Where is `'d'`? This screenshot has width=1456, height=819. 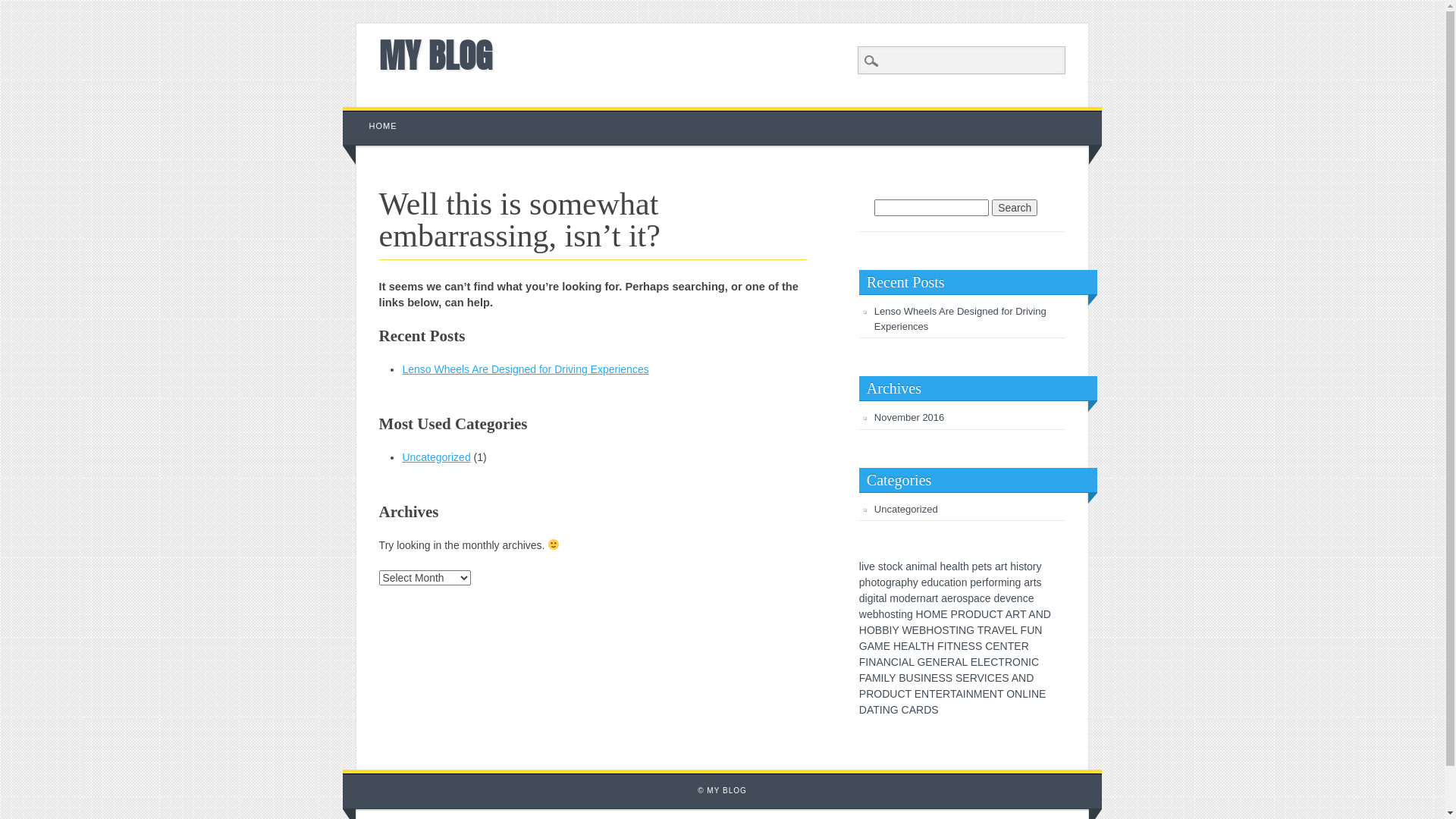 'd' is located at coordinates (928, 581).